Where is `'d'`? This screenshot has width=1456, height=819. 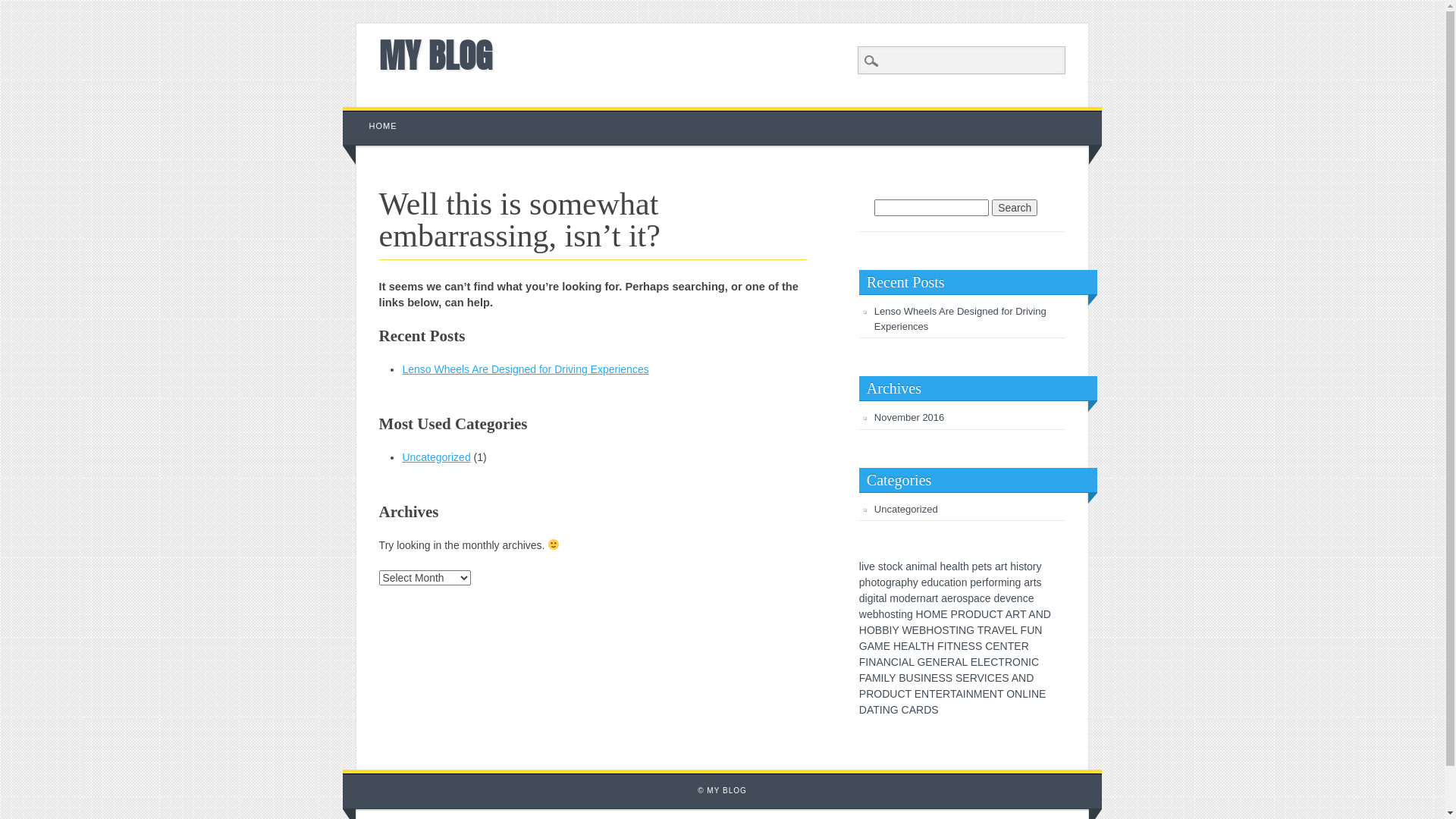 'd' is located at coordinates (928, 581).